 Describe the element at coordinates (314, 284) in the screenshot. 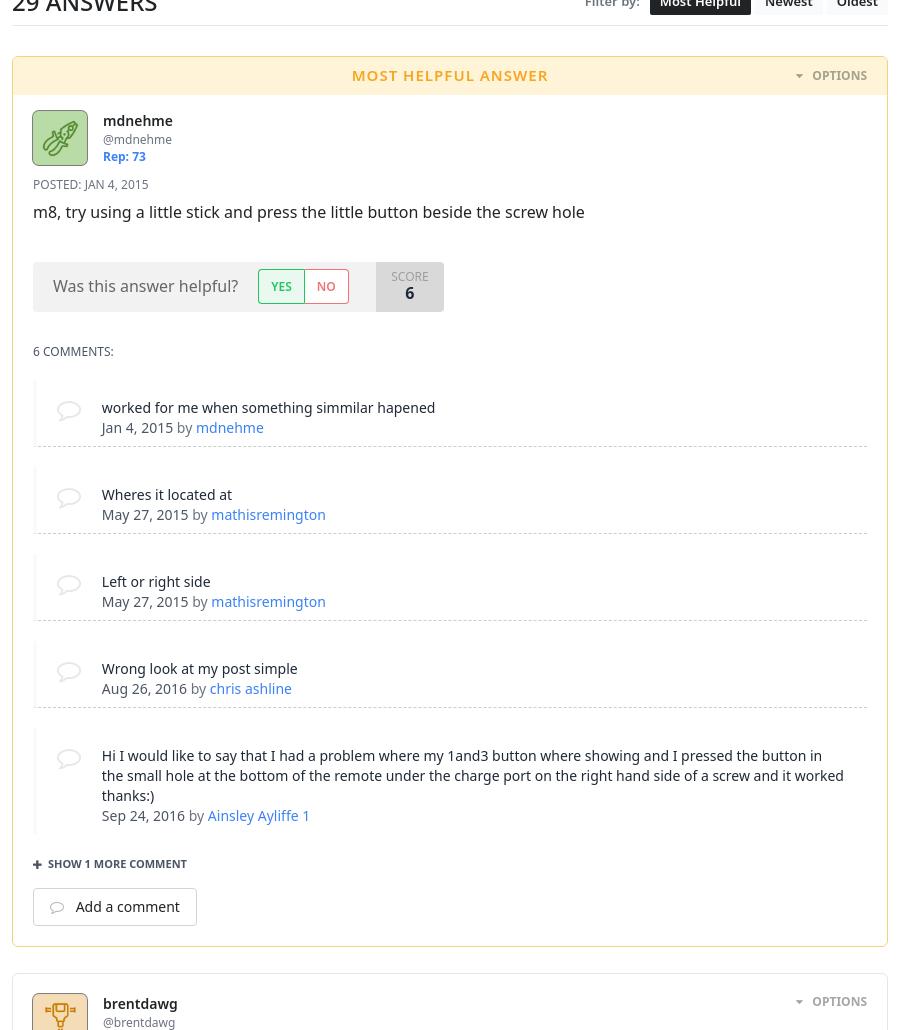

I see `'No'` at that location.